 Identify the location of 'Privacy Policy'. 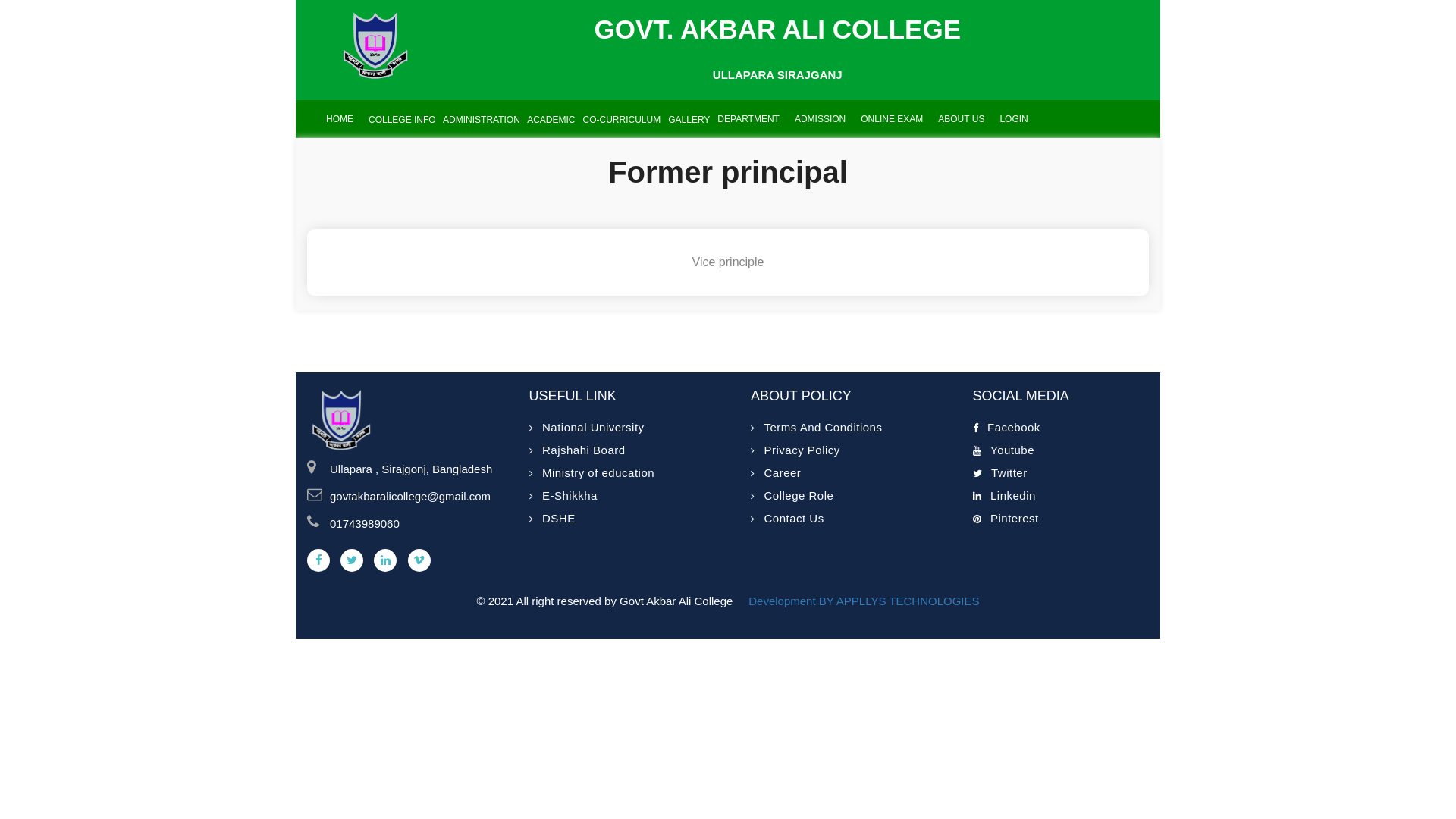
(795, 449).